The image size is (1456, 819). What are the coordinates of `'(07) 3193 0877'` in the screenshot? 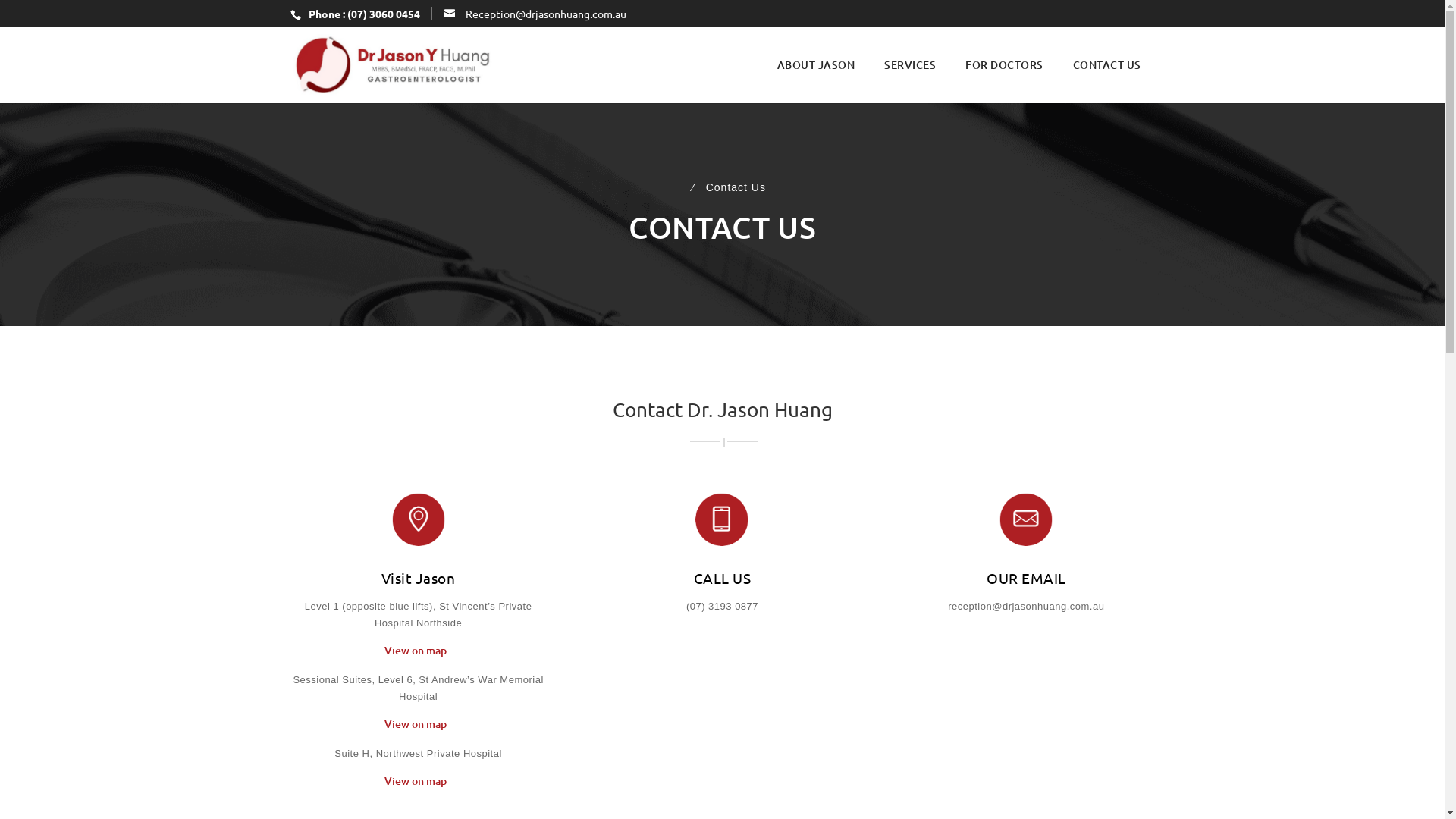 It's located at (721, 605).